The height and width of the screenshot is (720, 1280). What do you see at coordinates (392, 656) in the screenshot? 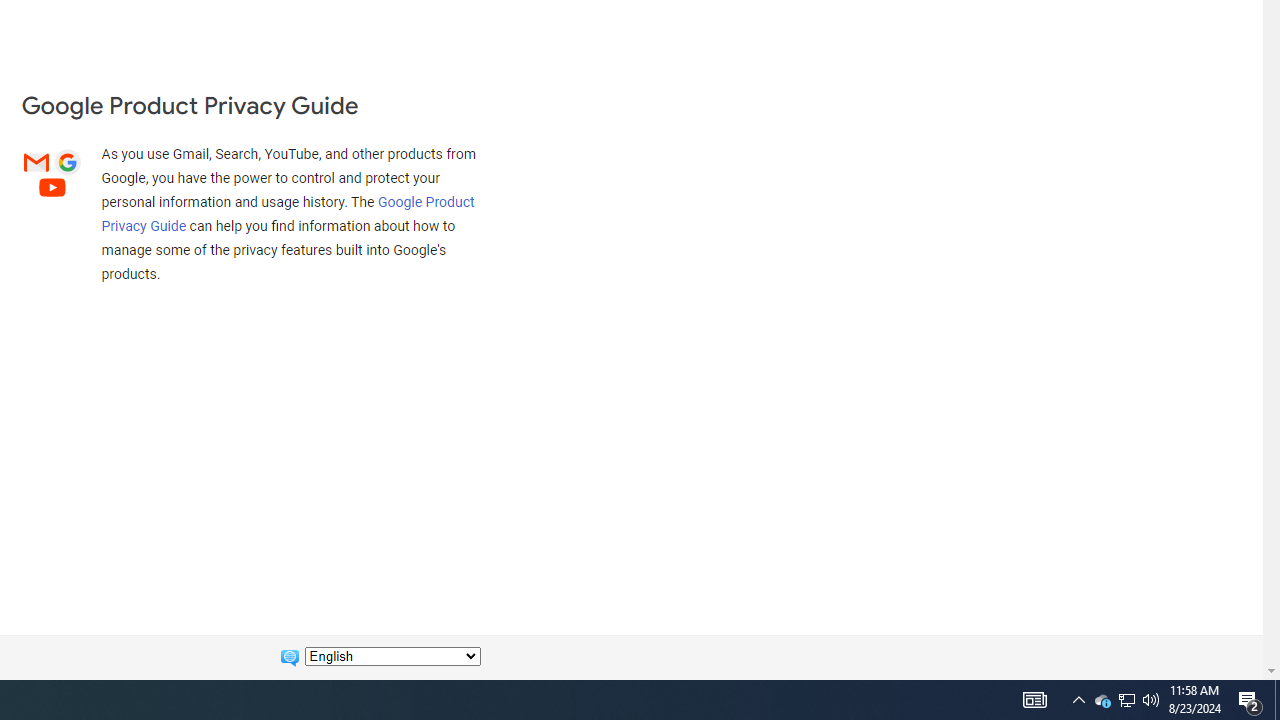
I see `'Change language:'` at bounding box center [392, 656].